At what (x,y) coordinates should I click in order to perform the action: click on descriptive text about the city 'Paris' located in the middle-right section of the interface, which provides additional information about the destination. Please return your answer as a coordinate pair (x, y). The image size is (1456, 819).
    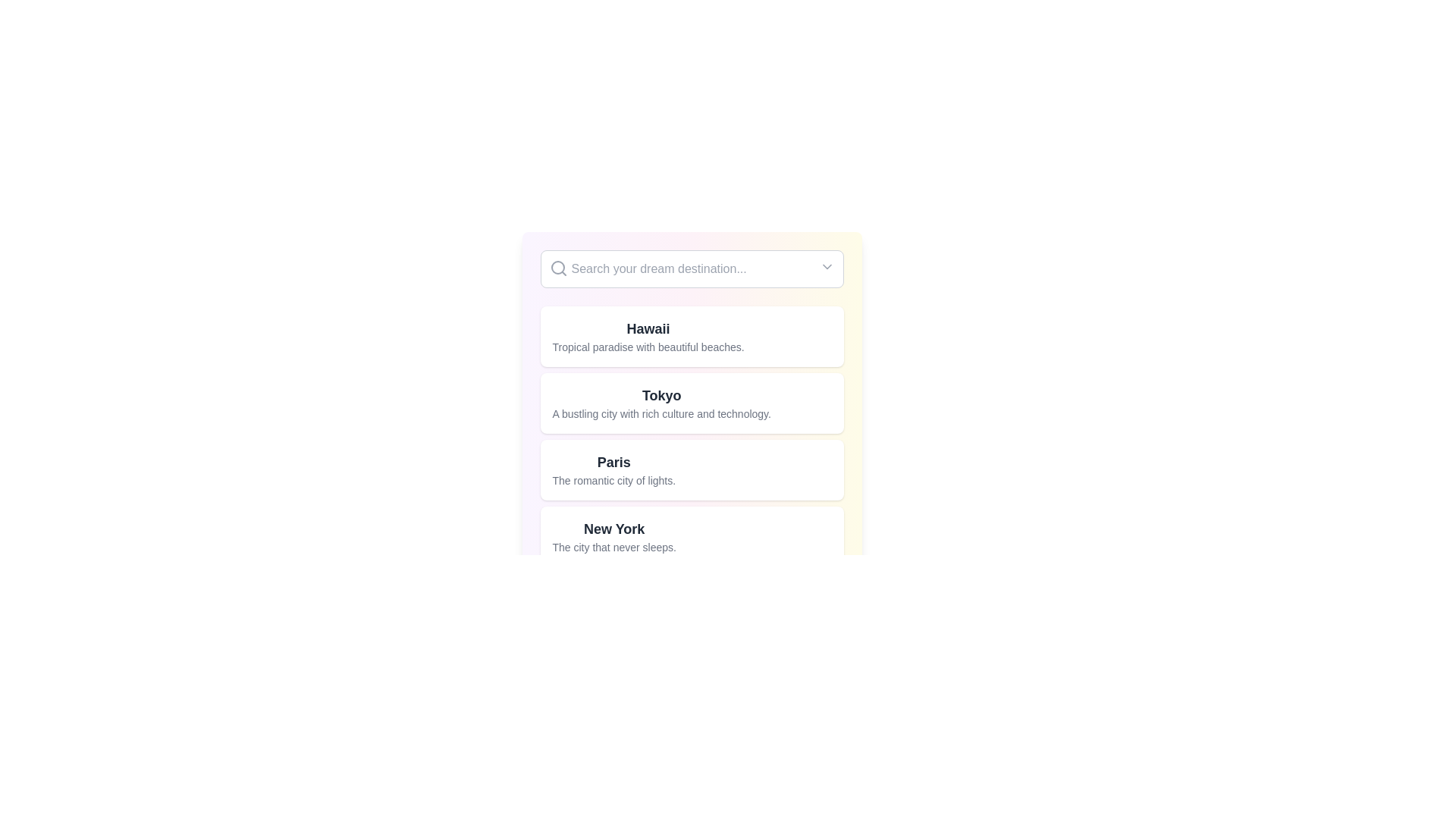
    Looking at the image, I should click on (613, 480).